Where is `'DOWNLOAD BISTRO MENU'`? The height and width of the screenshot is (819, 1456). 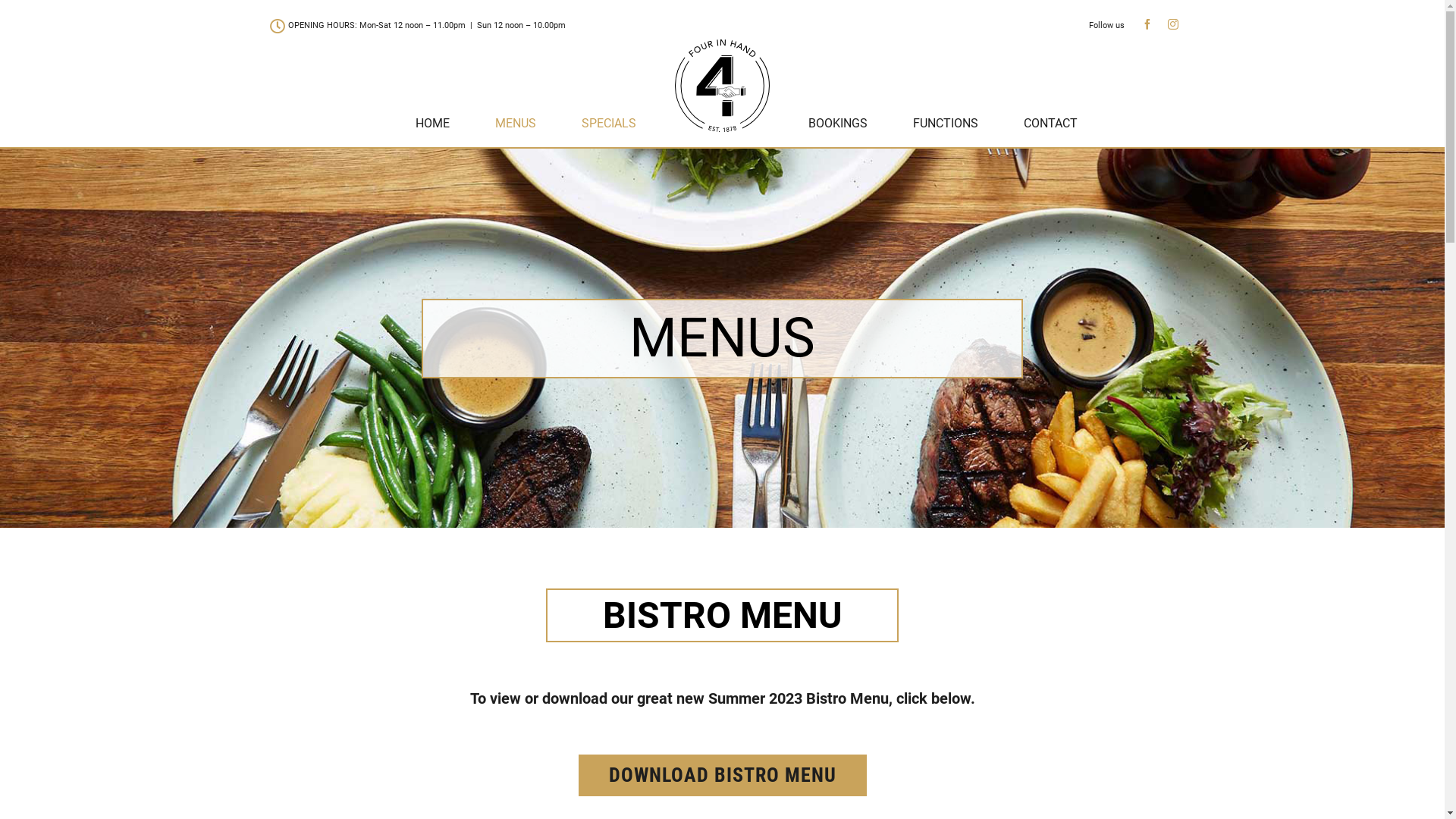
'DOWNLOAD BISTRO MENU' is located at coordinates (720, 775).